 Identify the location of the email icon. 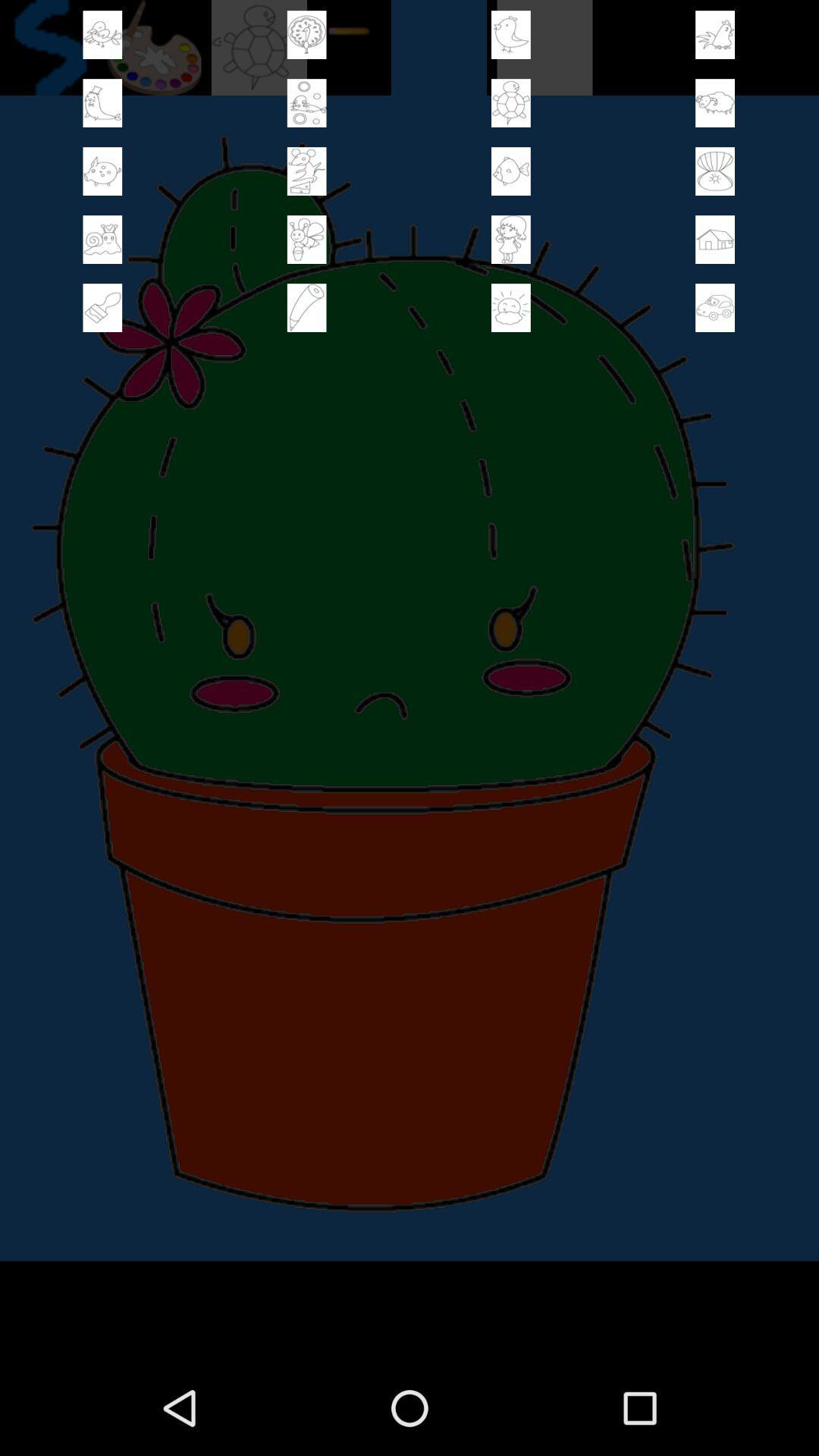
(715, 182).